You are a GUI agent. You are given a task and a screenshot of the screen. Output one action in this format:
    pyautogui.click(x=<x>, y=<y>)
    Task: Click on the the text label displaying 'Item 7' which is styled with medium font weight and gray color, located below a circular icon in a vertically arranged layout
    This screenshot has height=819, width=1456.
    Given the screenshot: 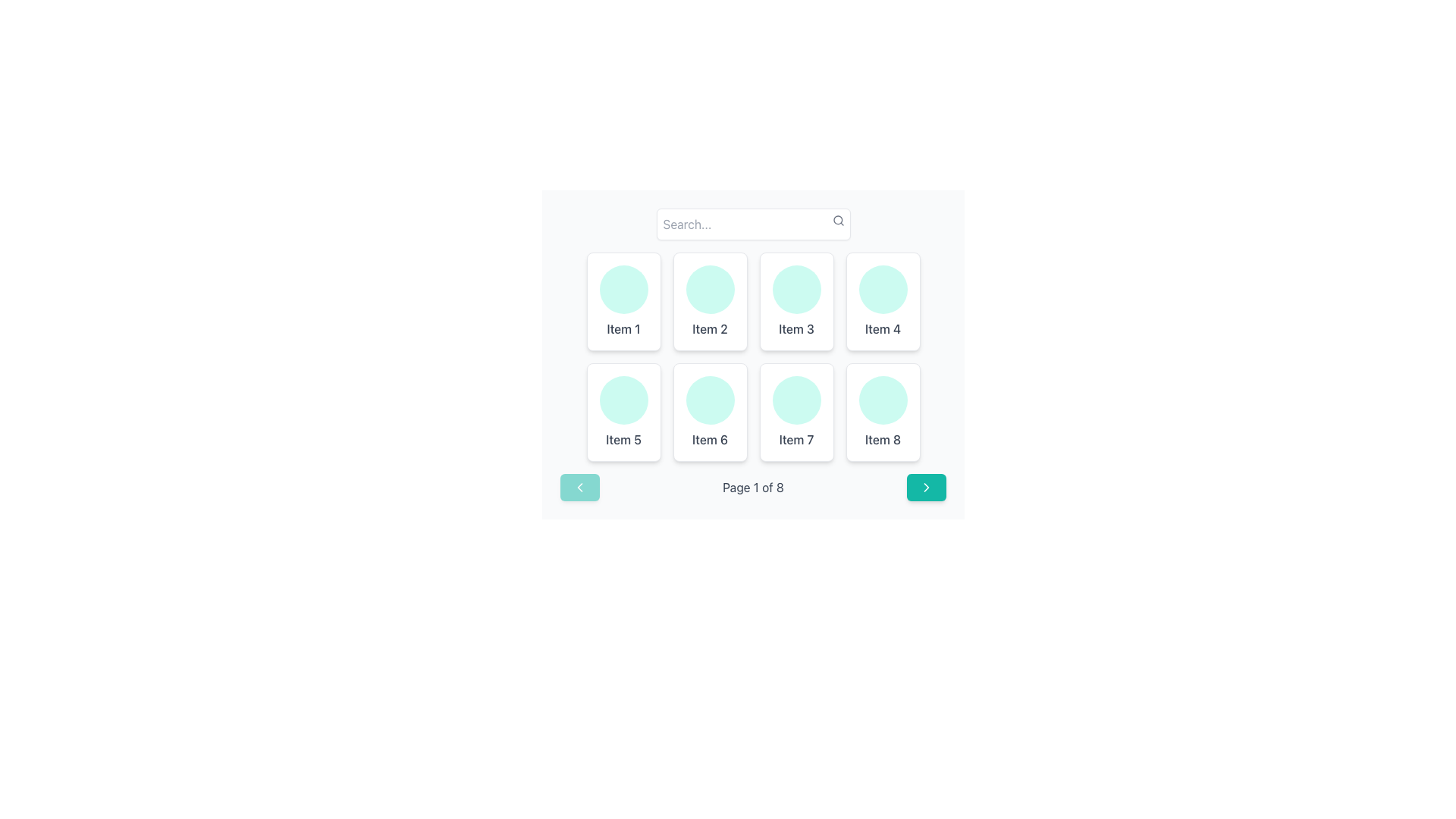 What is the action you would take?
    pyautogui.click(x=795, y=439)
    